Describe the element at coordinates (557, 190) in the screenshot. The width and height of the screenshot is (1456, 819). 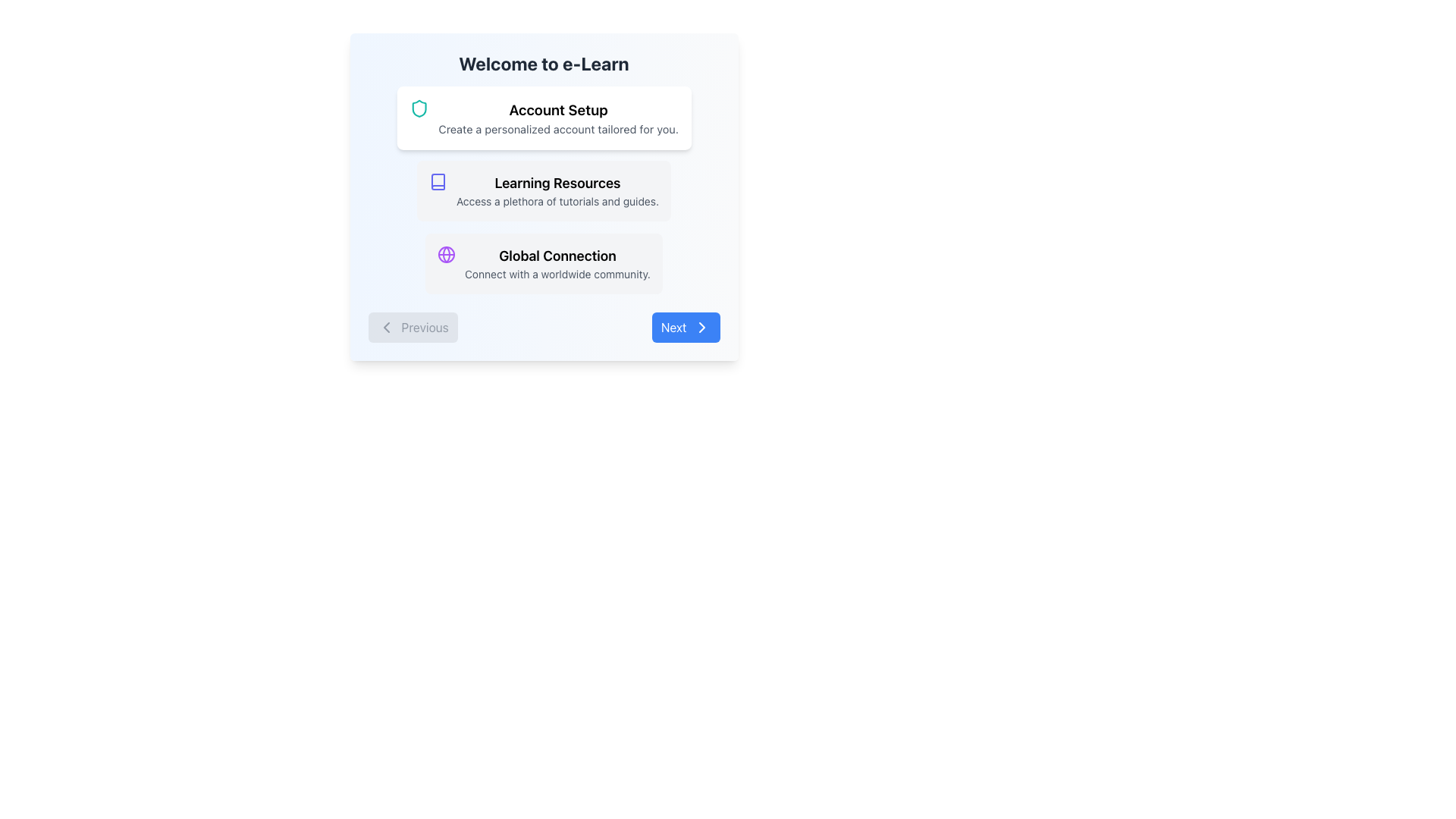
I see `text description under the 'Learning Resources' header, which provides access to tutorials and guides` at that location.